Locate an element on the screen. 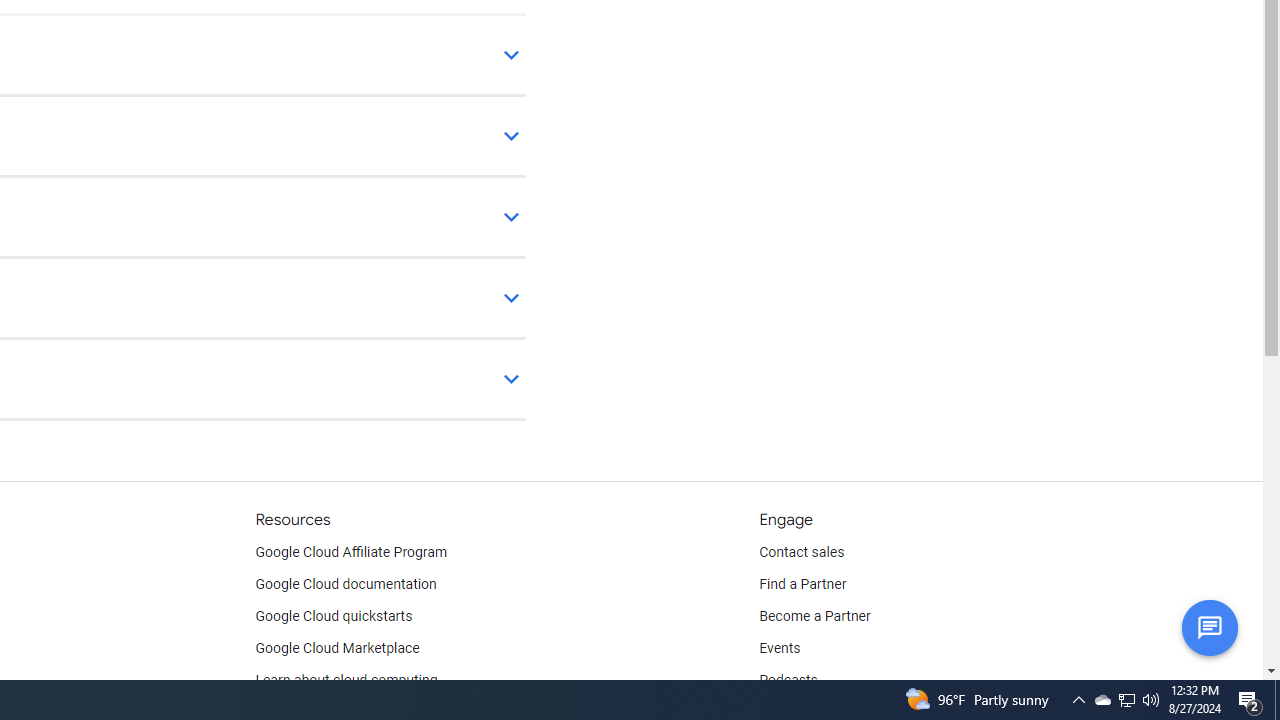  'Button to activate chat' is located at coordinates (1208, 626).